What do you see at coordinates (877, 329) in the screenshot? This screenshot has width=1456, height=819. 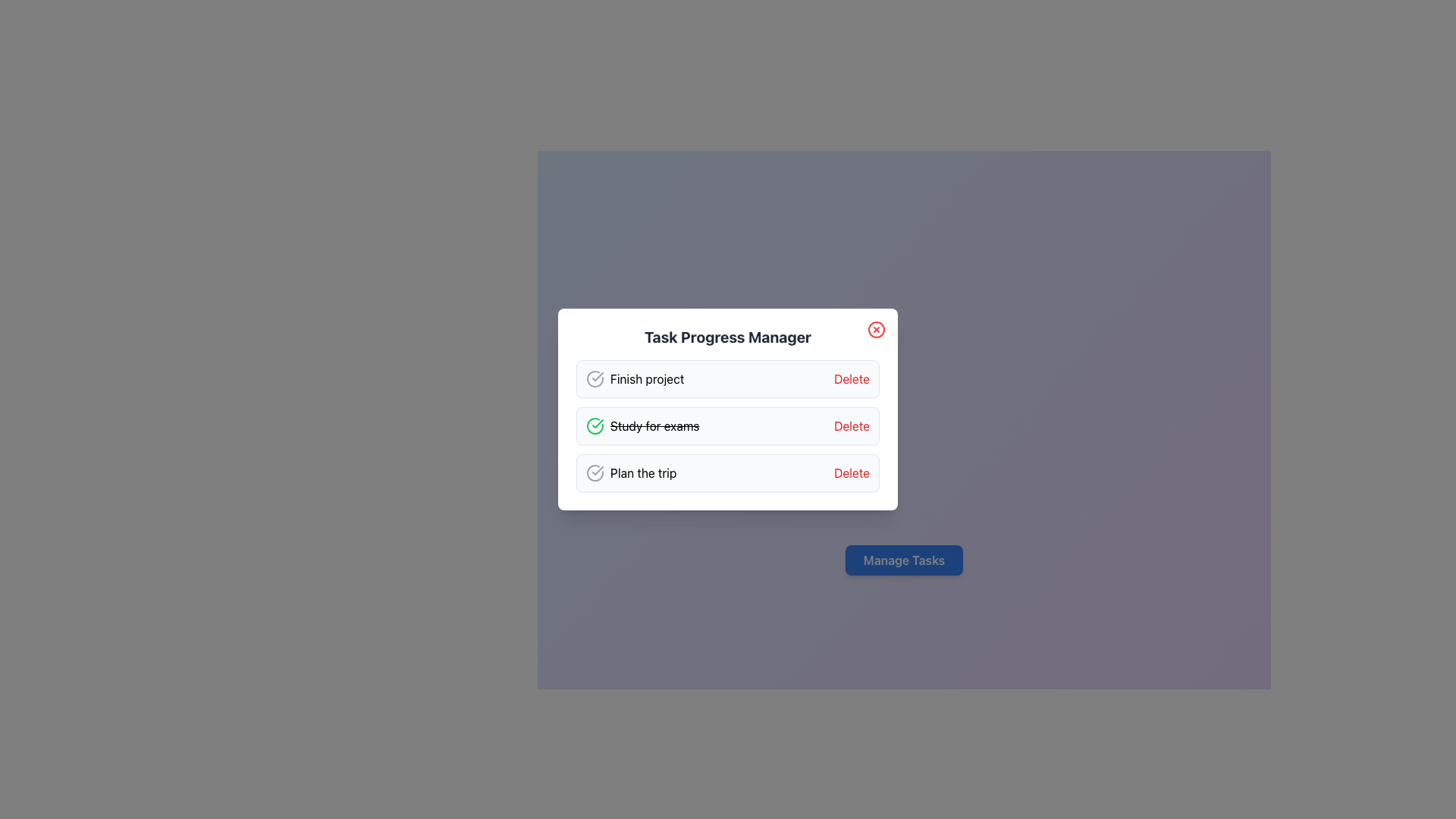 I see `the circular graphical feature with a red border that indicates a close action, located at the top-right corner of the 'Task Progress Manager' modal dialog` at bounding box center [877, 329].